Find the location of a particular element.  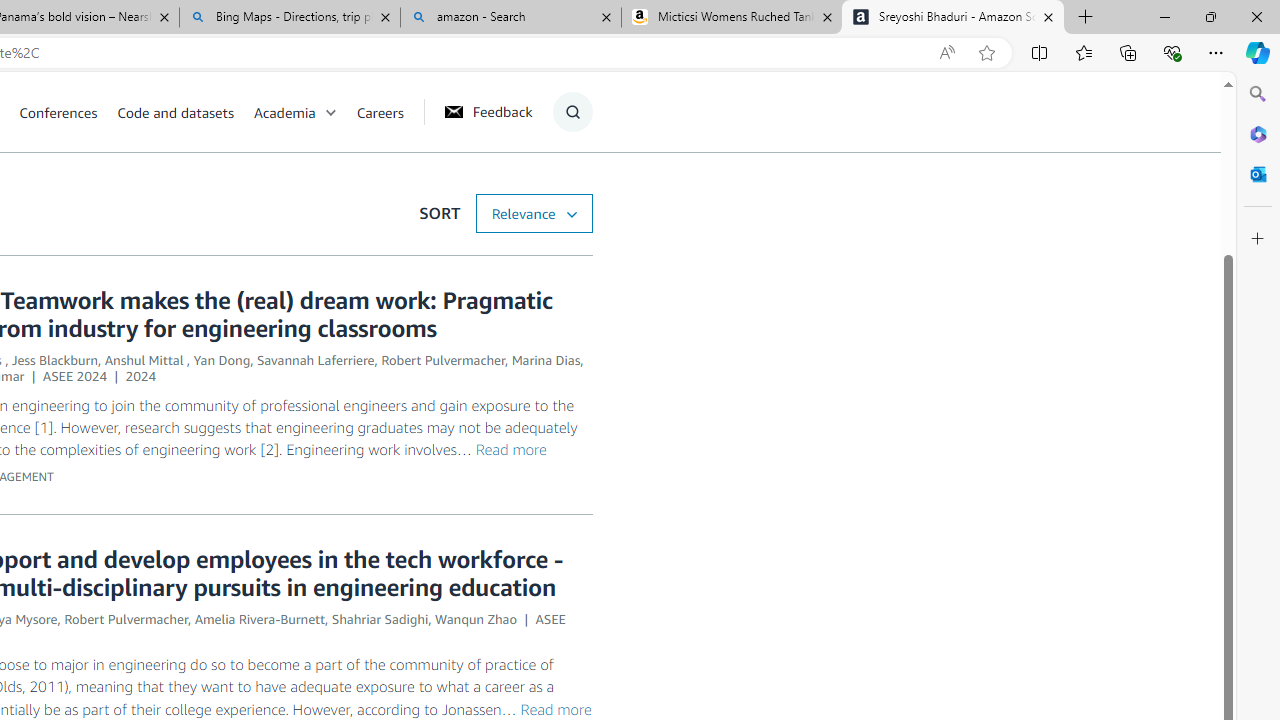

'Academia' is located at coordinates (283, 111).